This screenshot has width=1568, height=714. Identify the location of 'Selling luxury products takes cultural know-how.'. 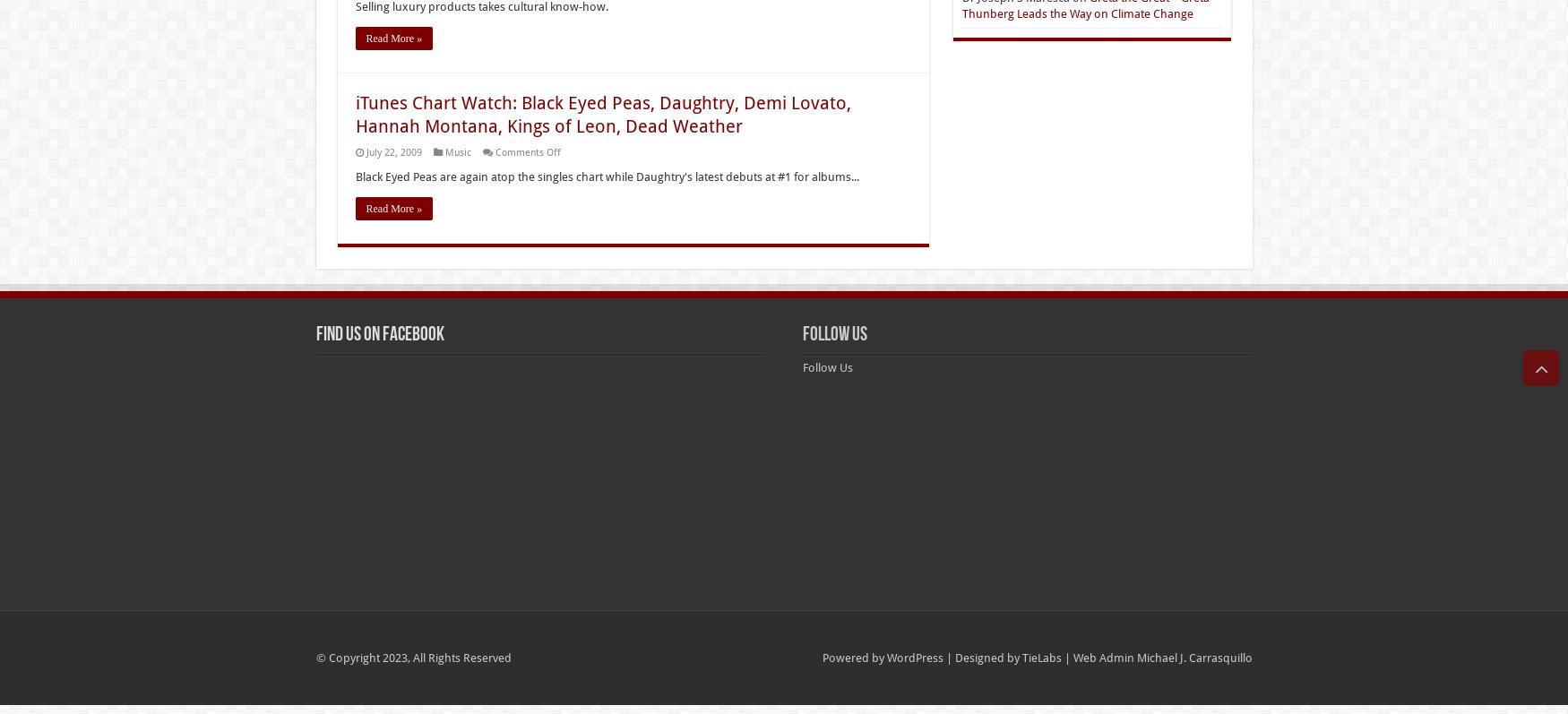
(480, 5).